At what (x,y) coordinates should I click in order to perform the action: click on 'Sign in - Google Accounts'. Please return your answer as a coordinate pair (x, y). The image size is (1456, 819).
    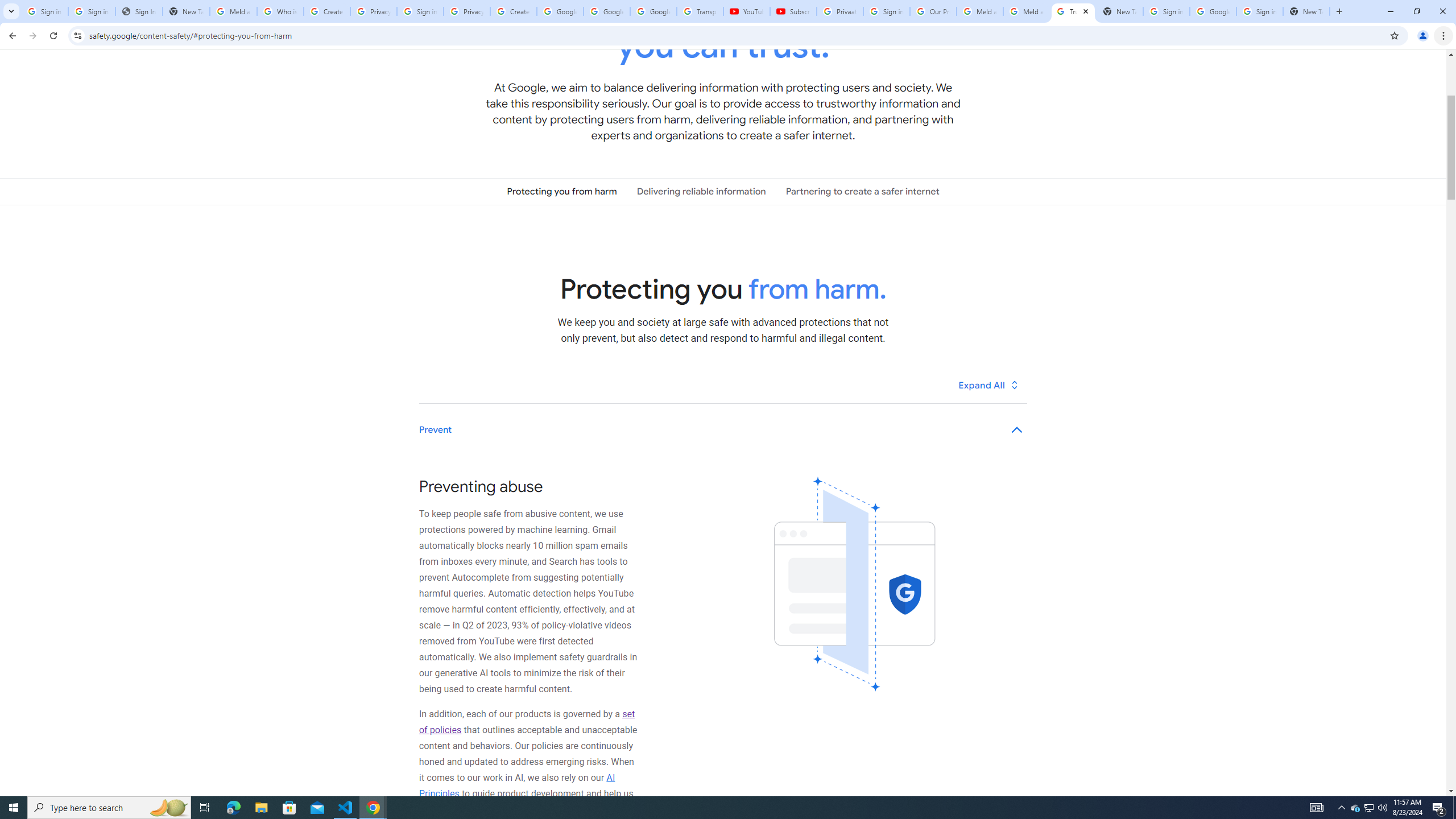
    Looking at the image, I should click on (91, 11).